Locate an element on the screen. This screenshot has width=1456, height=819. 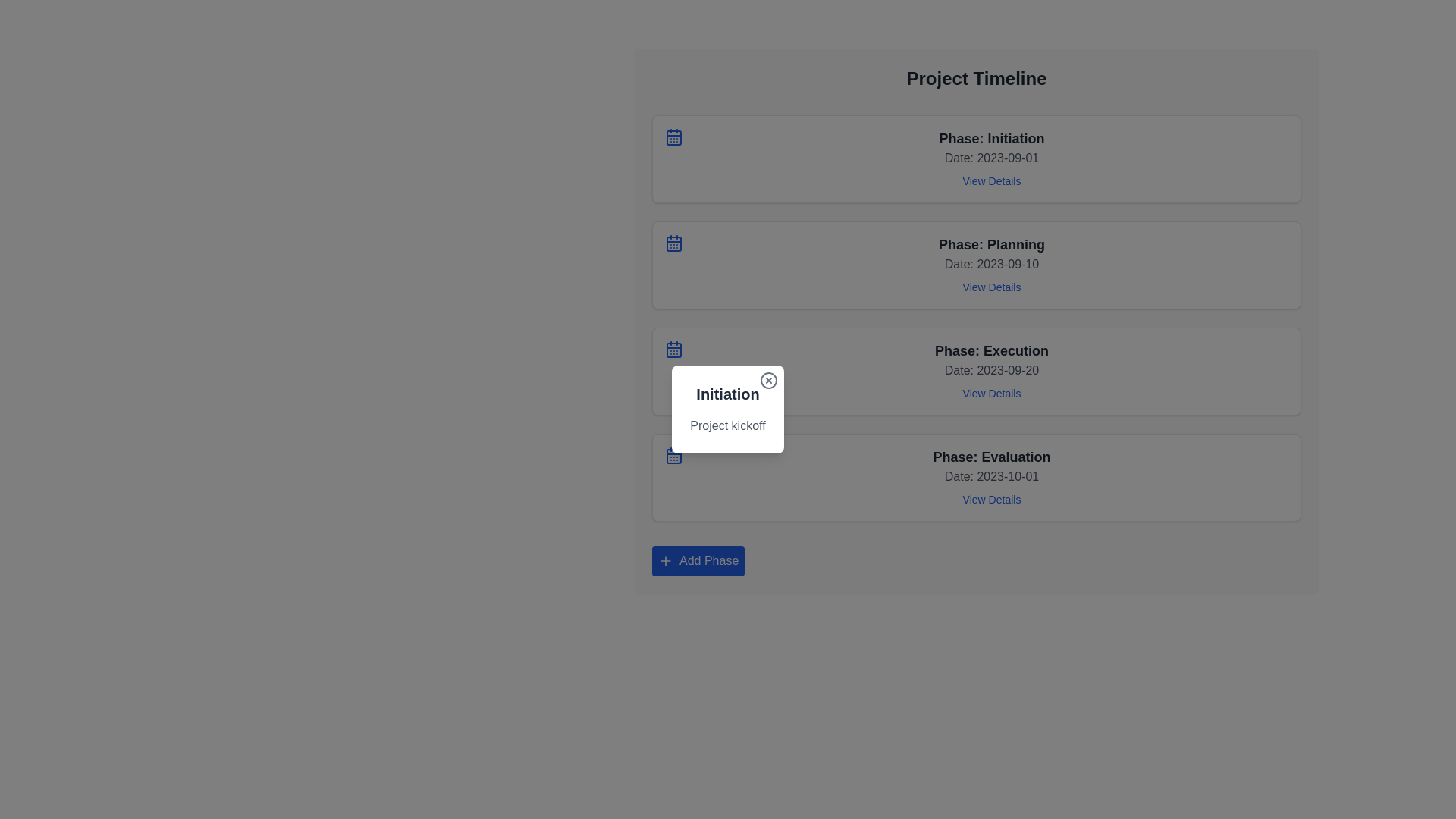
the gray circular button with an 'X' symbol located at the top-right corner of the 'Initiation' card is located at coordinates (768, 379).